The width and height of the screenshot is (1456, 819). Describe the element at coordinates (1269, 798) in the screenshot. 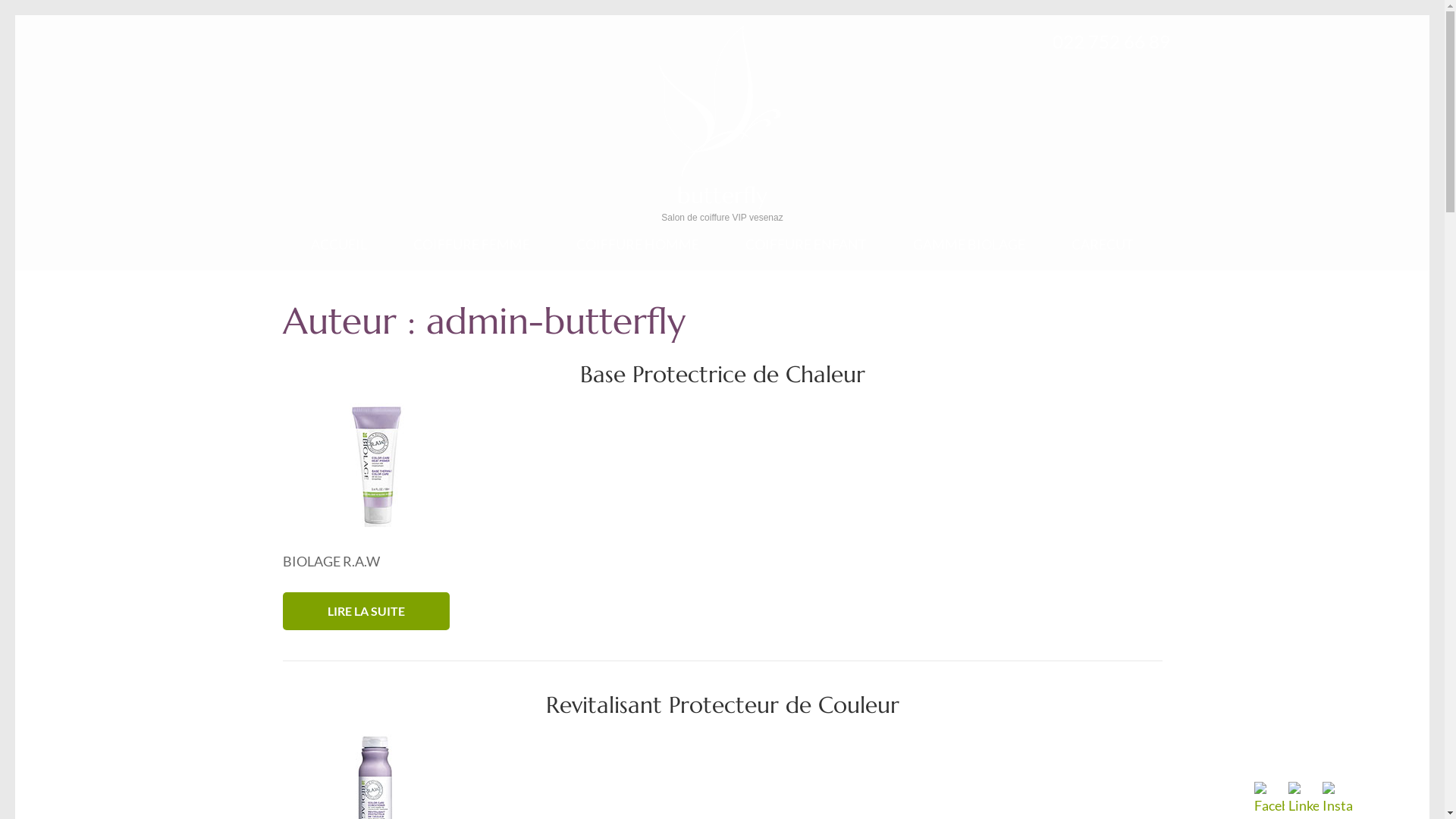

I see `'Facebook'` at that location.